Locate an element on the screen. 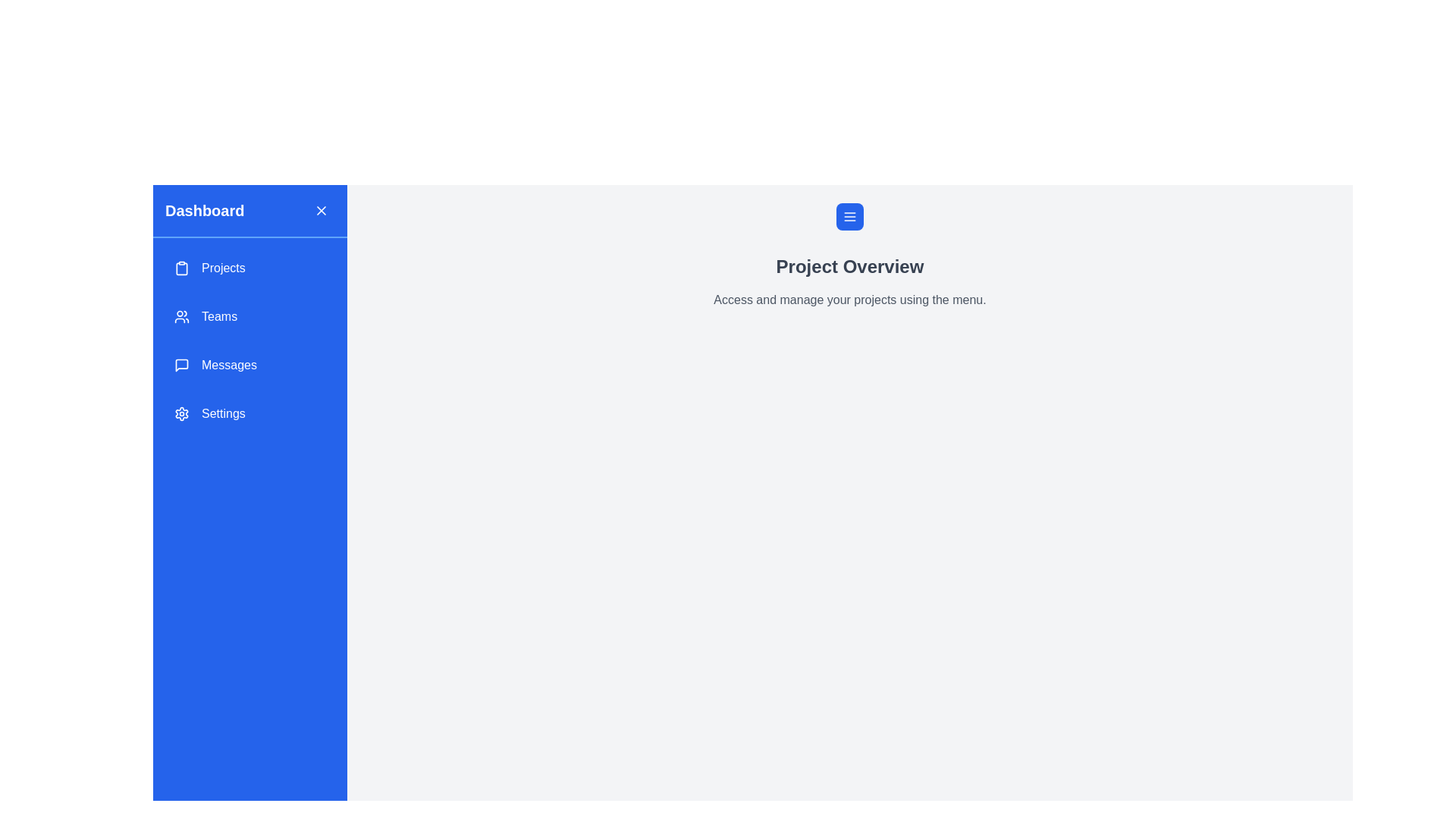 The image size is (1456, 819). the decorative 'Settings' icon located to the left of the 'Settings' text label in the left sidebar menu is located at coordinates (182, 414).